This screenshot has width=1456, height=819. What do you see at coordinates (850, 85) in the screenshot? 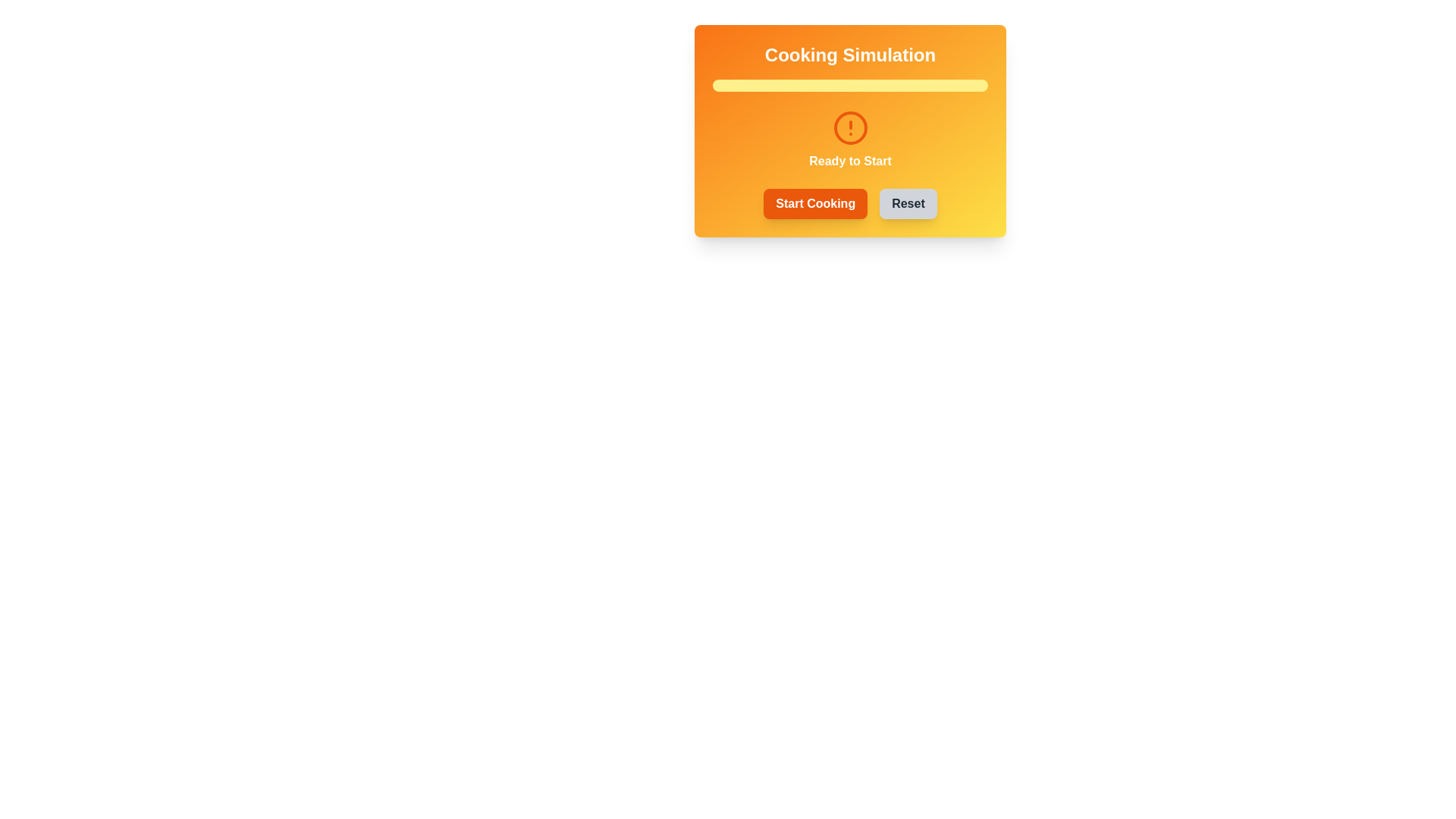
I see `the horizontal progress bar with a yellow background and an orange segment indicating progress, located below the 'Cooking Simulation' title and above the 'Ready to Start' text` at bounding box center [850, 85].